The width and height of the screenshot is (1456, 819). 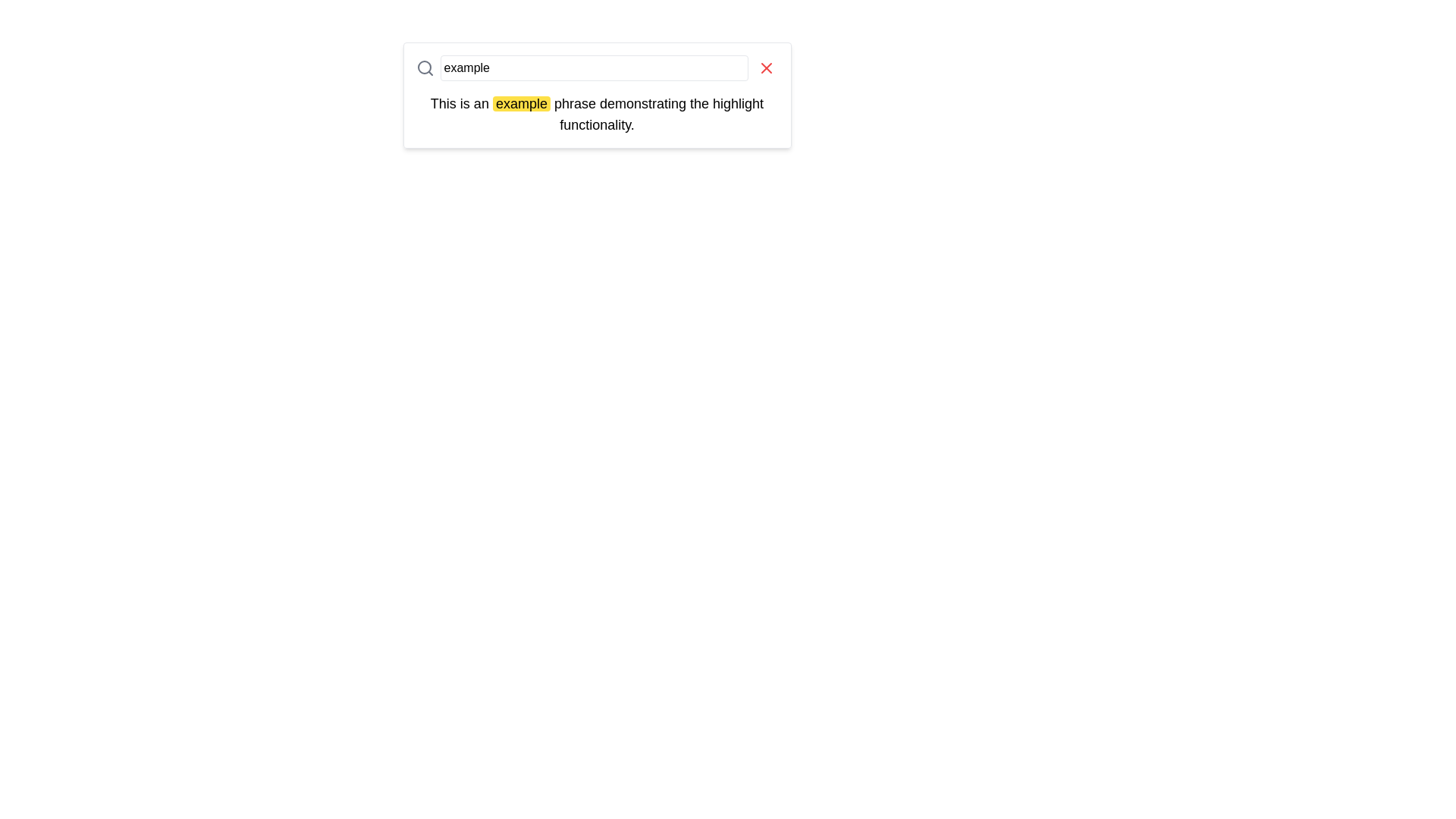 I want to click on the text element stating 'phrase demonstrating the highlight functionality,' which follows the highlighted word 'example' with a yellow background, so click(x=657, y=113).